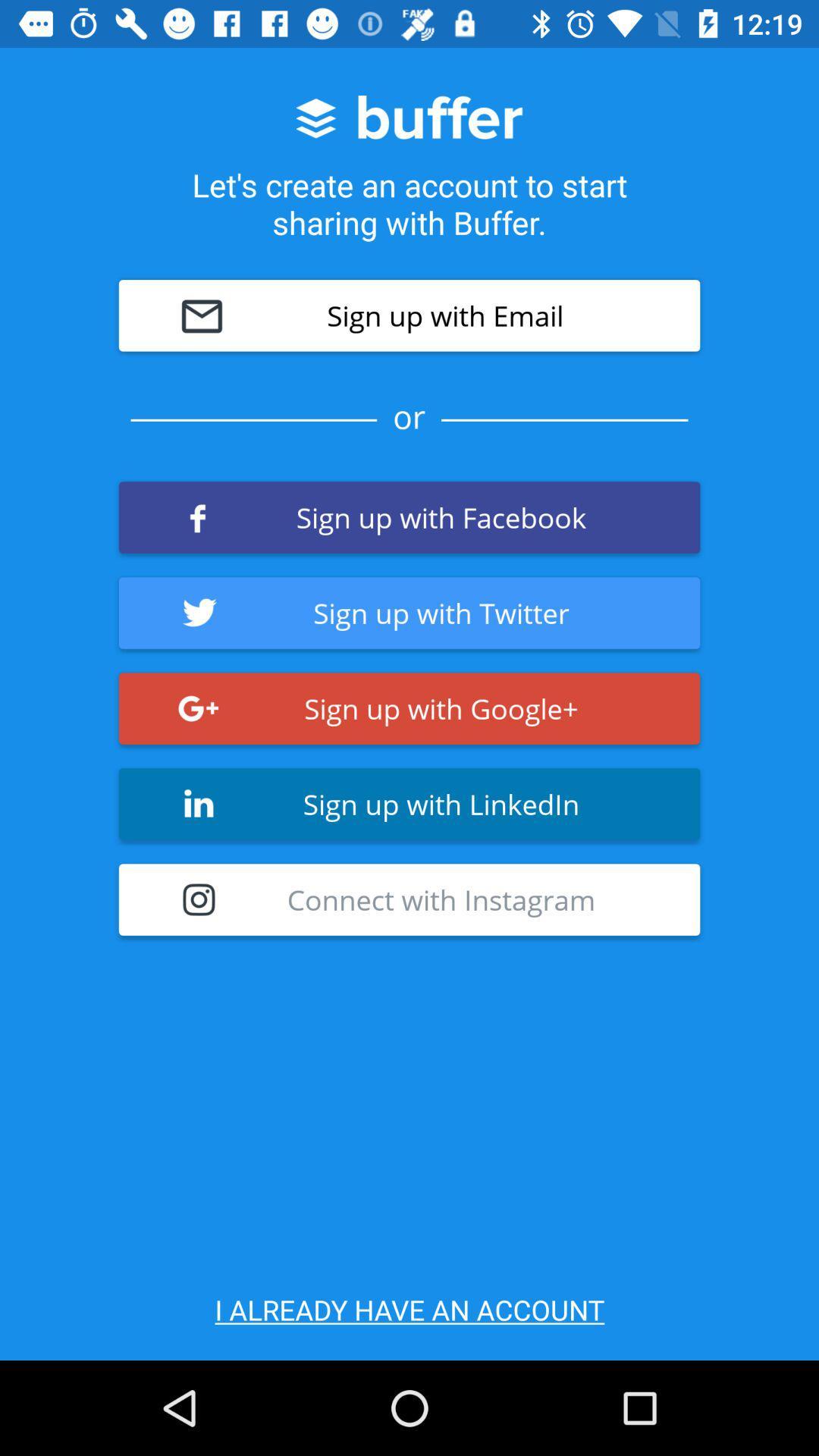 The width and height of the screenshot is (819, 1456). What do you see at coordinates (409, 1309) in the screenshot?
I see `icon below connect with instagram item` at bounding box center [409, 1309].